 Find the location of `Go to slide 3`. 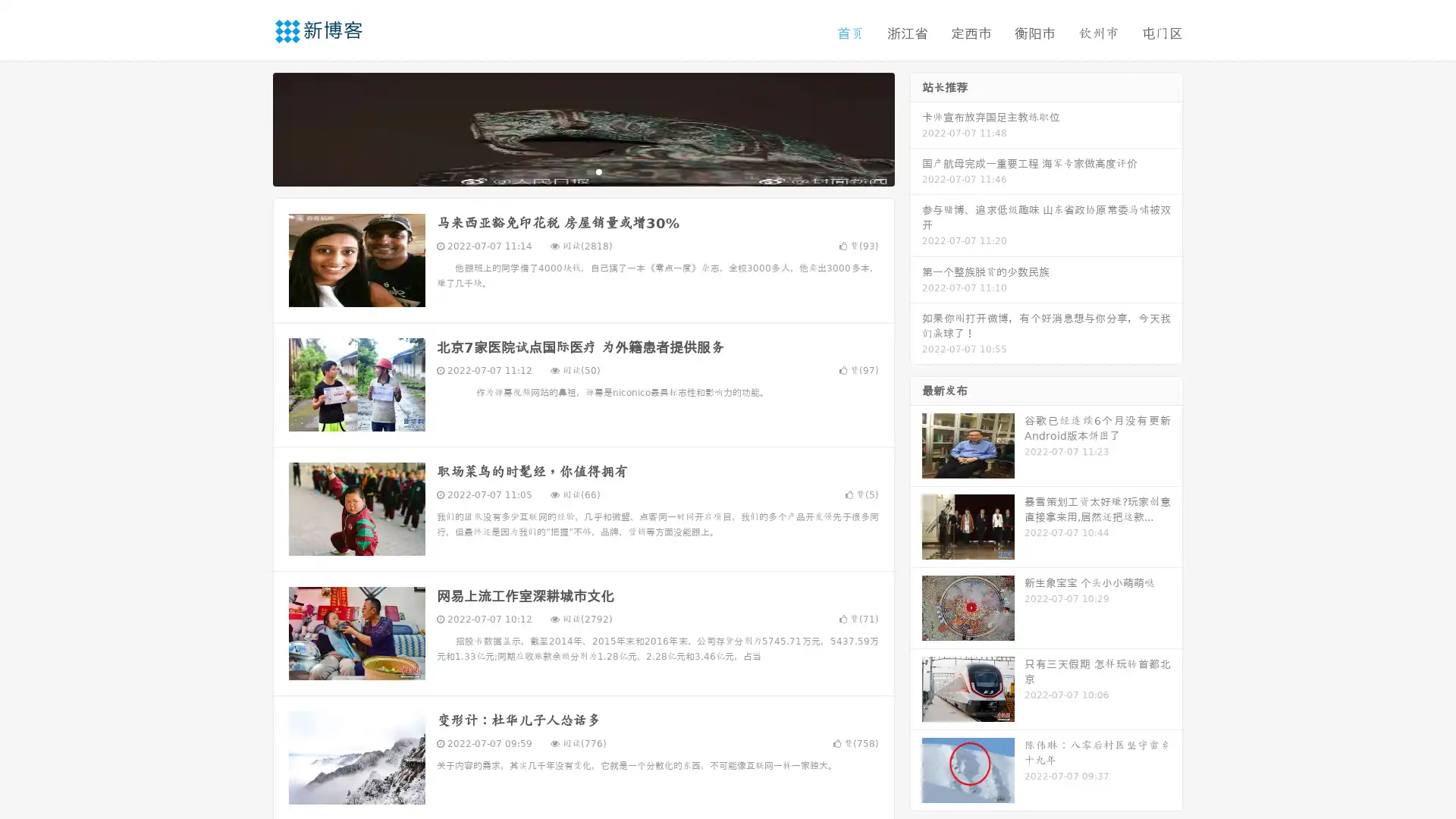

Go to slide 3 is located at coordinates (598, 171).